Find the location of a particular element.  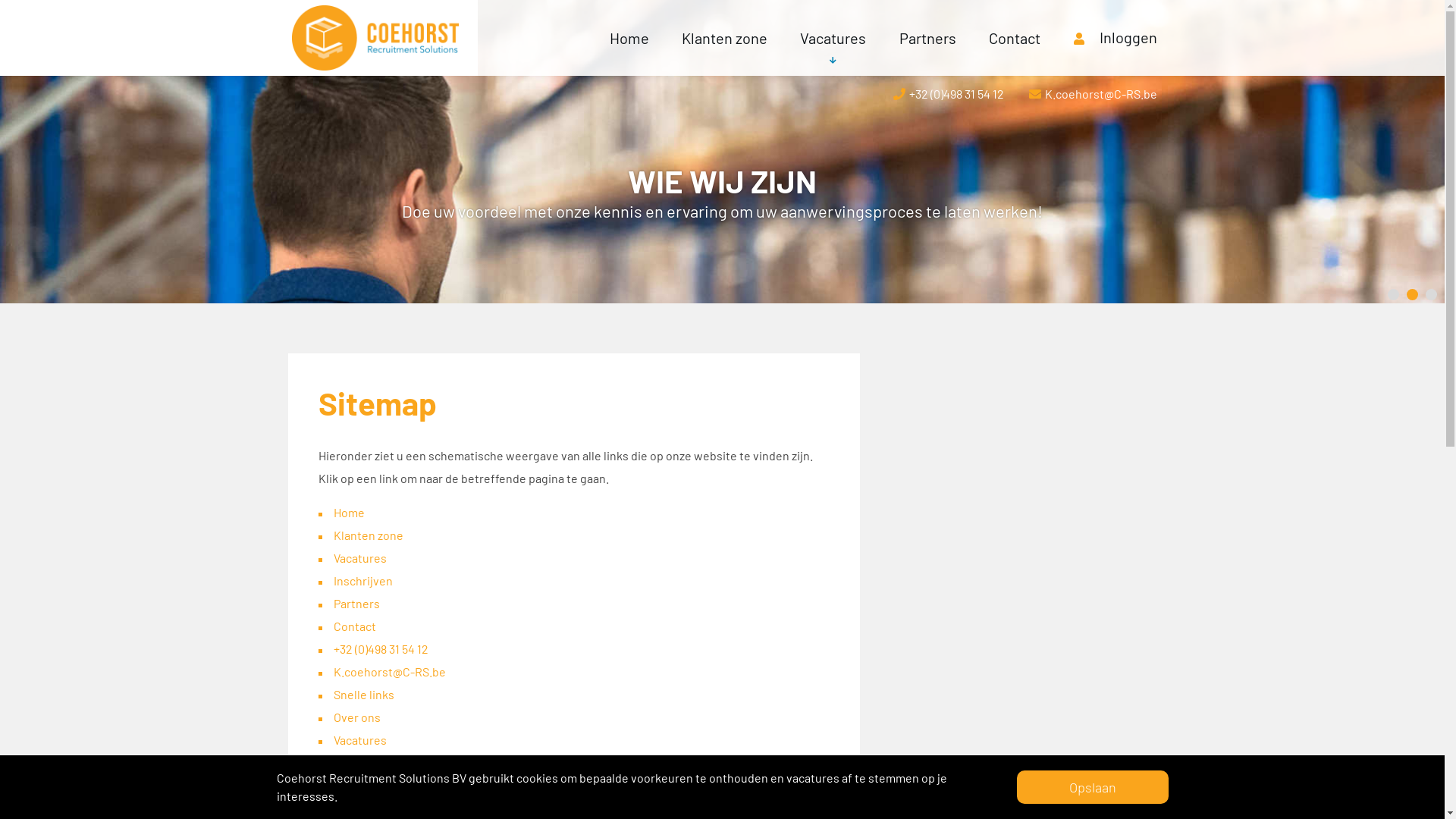

'Partners' is located at coordinates (927, 37).